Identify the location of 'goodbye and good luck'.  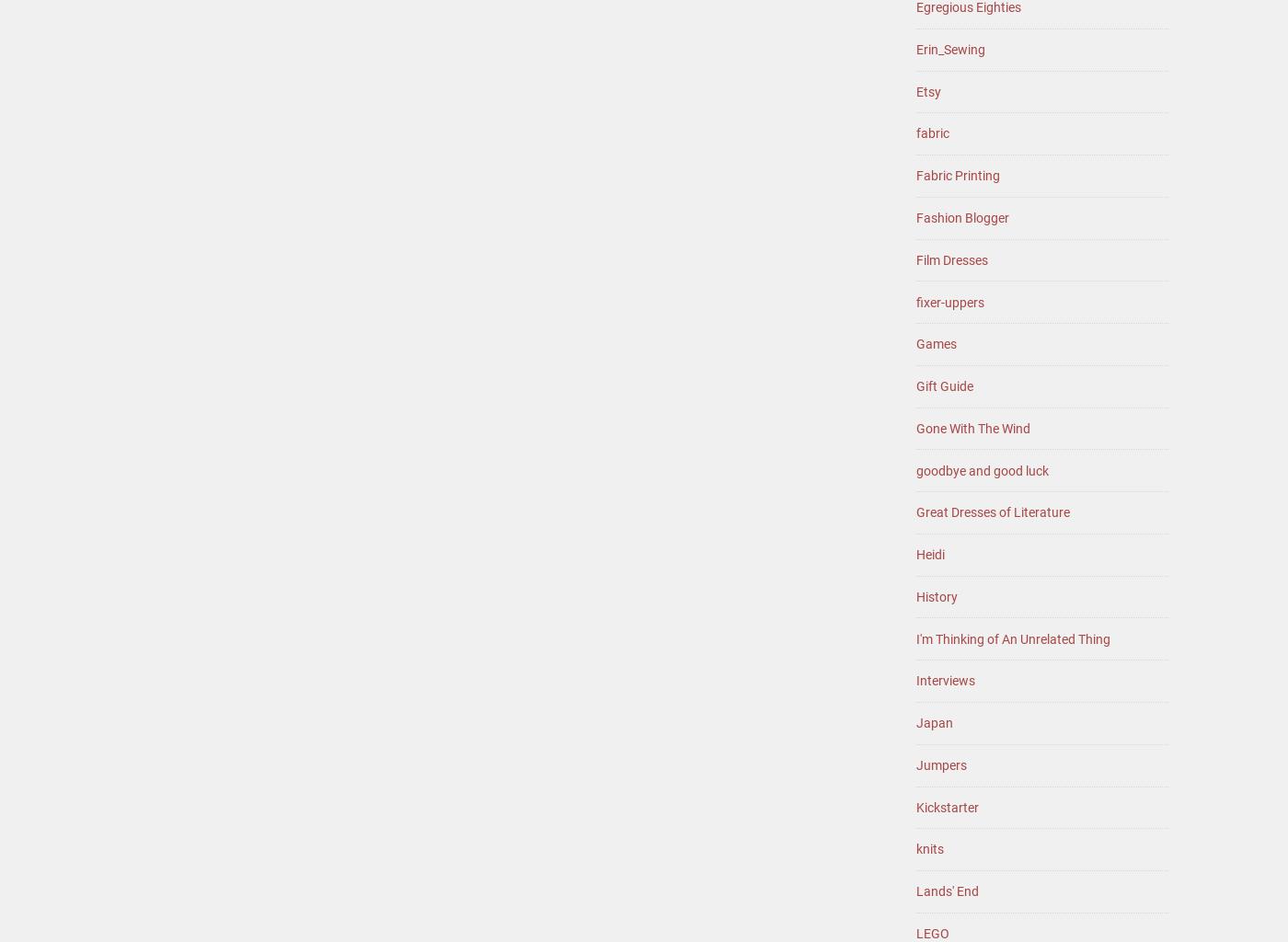
(983, 468).